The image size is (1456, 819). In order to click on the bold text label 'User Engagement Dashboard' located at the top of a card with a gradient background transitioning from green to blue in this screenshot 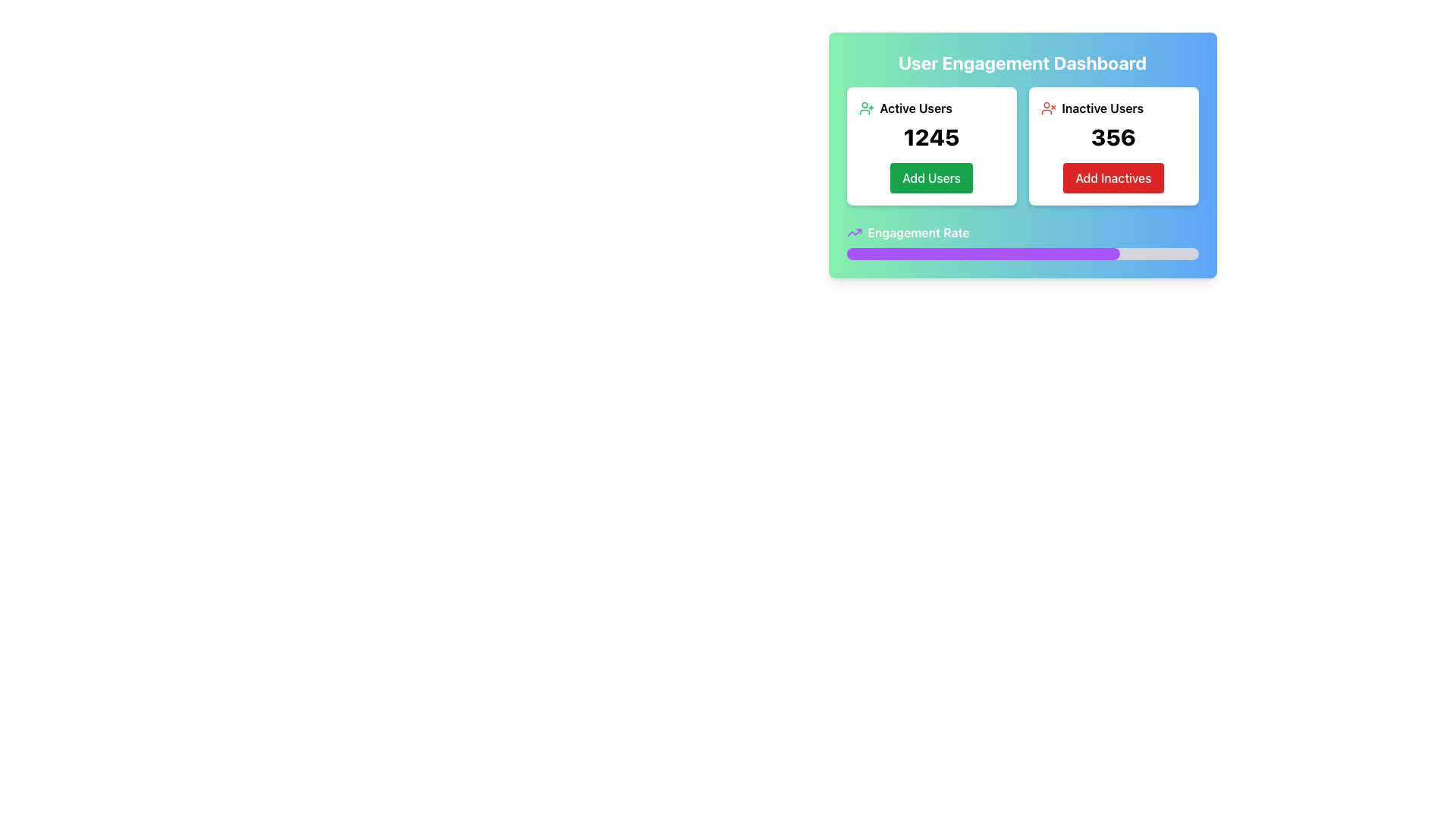, I will do `click(1022, 62)`.